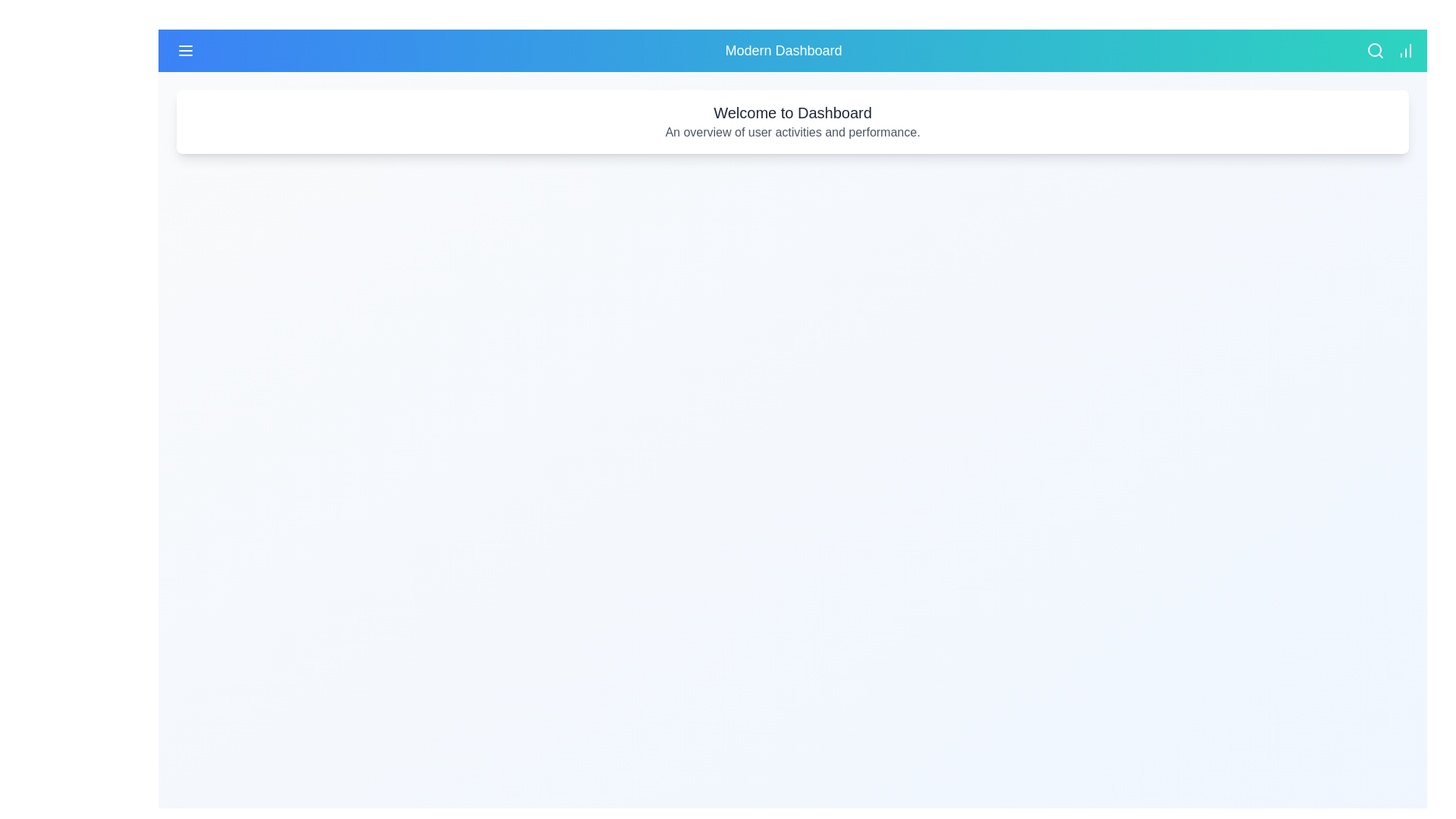 The height and width of the screenshot is (819, 1456). I want to click on the bar chart icon to view analytics, so click(1404, 49).